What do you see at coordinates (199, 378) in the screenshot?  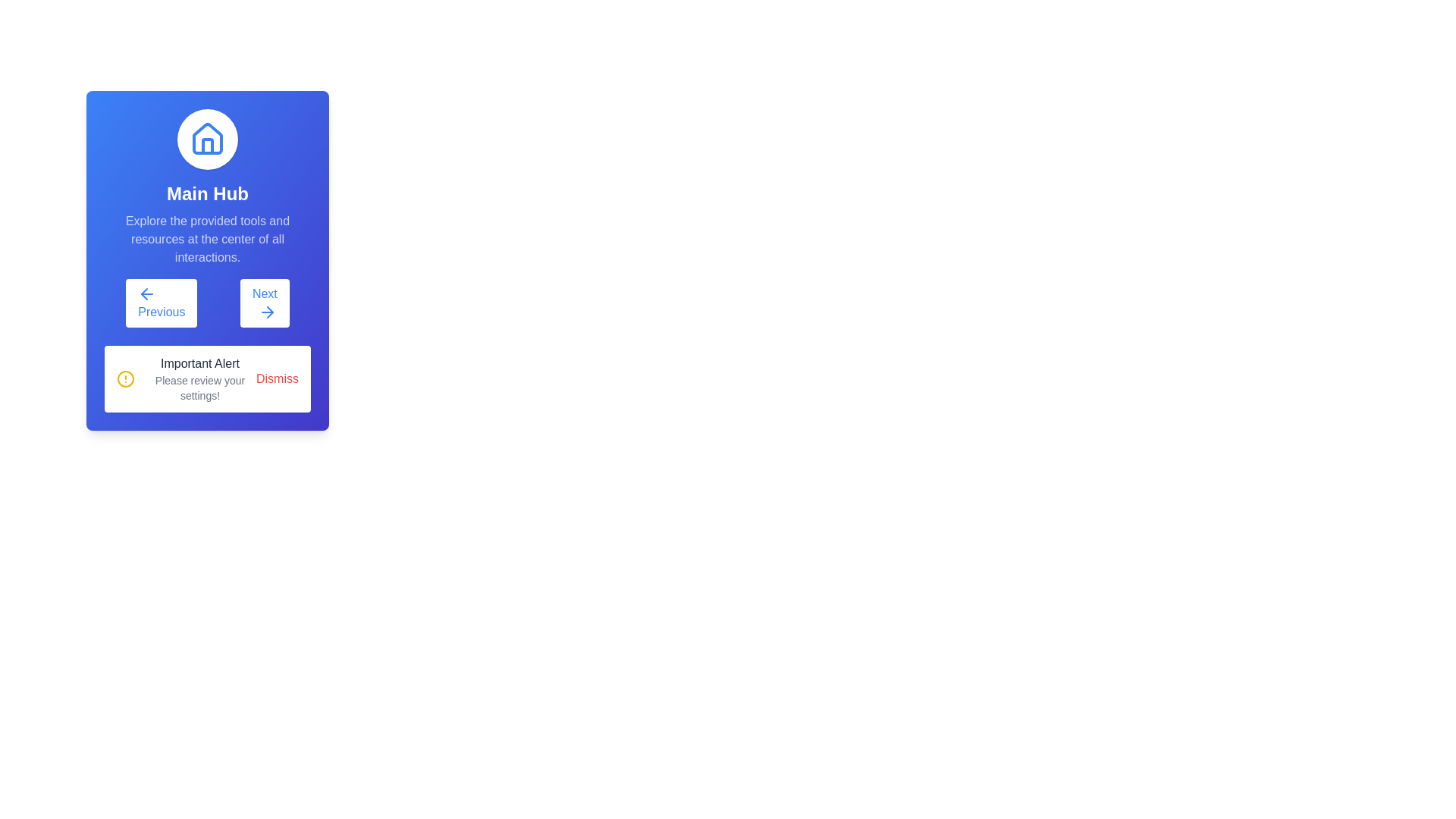 I see `notification text block that informs the user about an important alert and advises them to review their settings, which is centrally located between an icon and a 'Dismiss' link` at bounding box center [199, 378].